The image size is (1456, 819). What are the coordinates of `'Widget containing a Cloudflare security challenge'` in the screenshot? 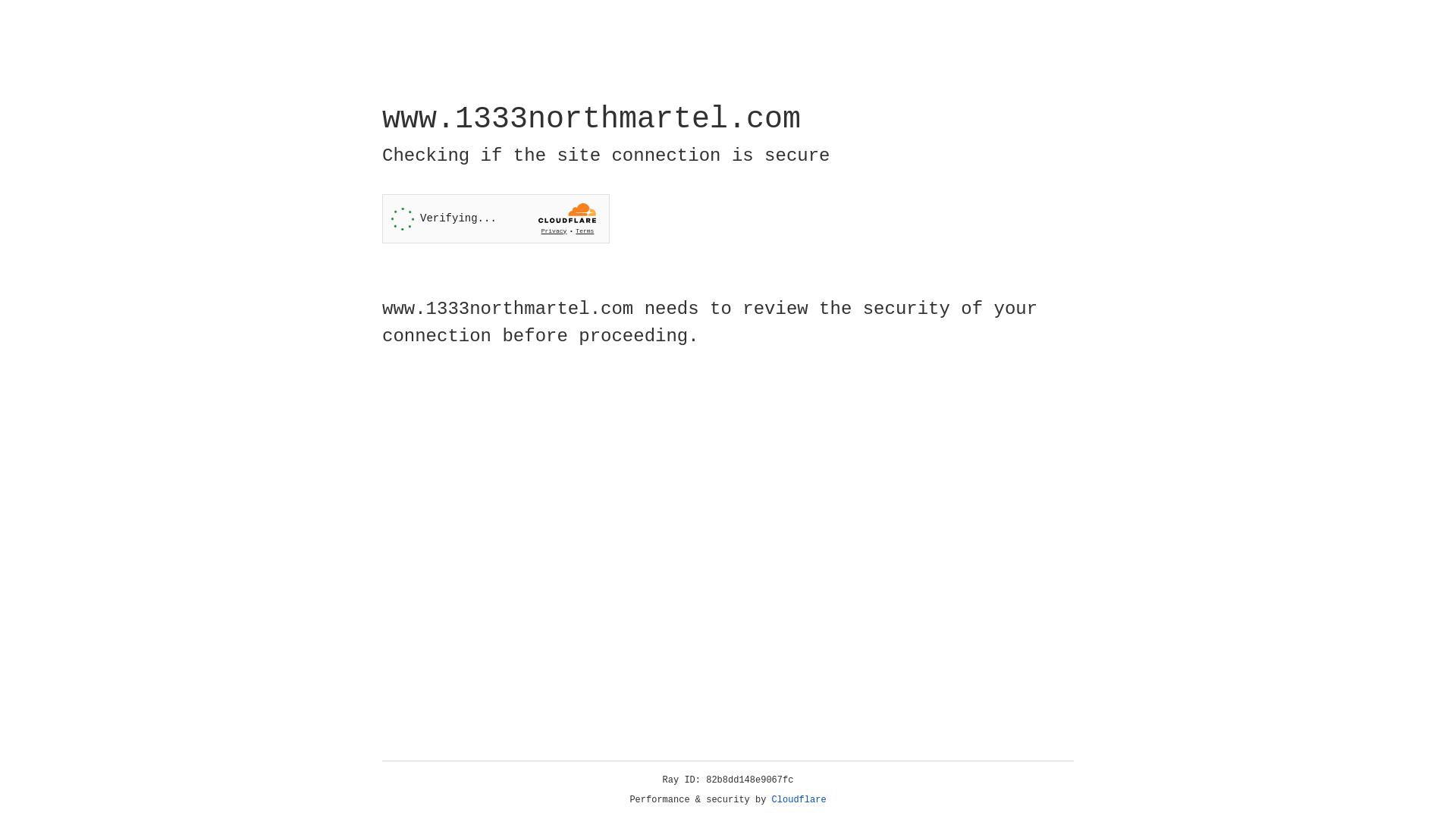 It's located at (495, 218).